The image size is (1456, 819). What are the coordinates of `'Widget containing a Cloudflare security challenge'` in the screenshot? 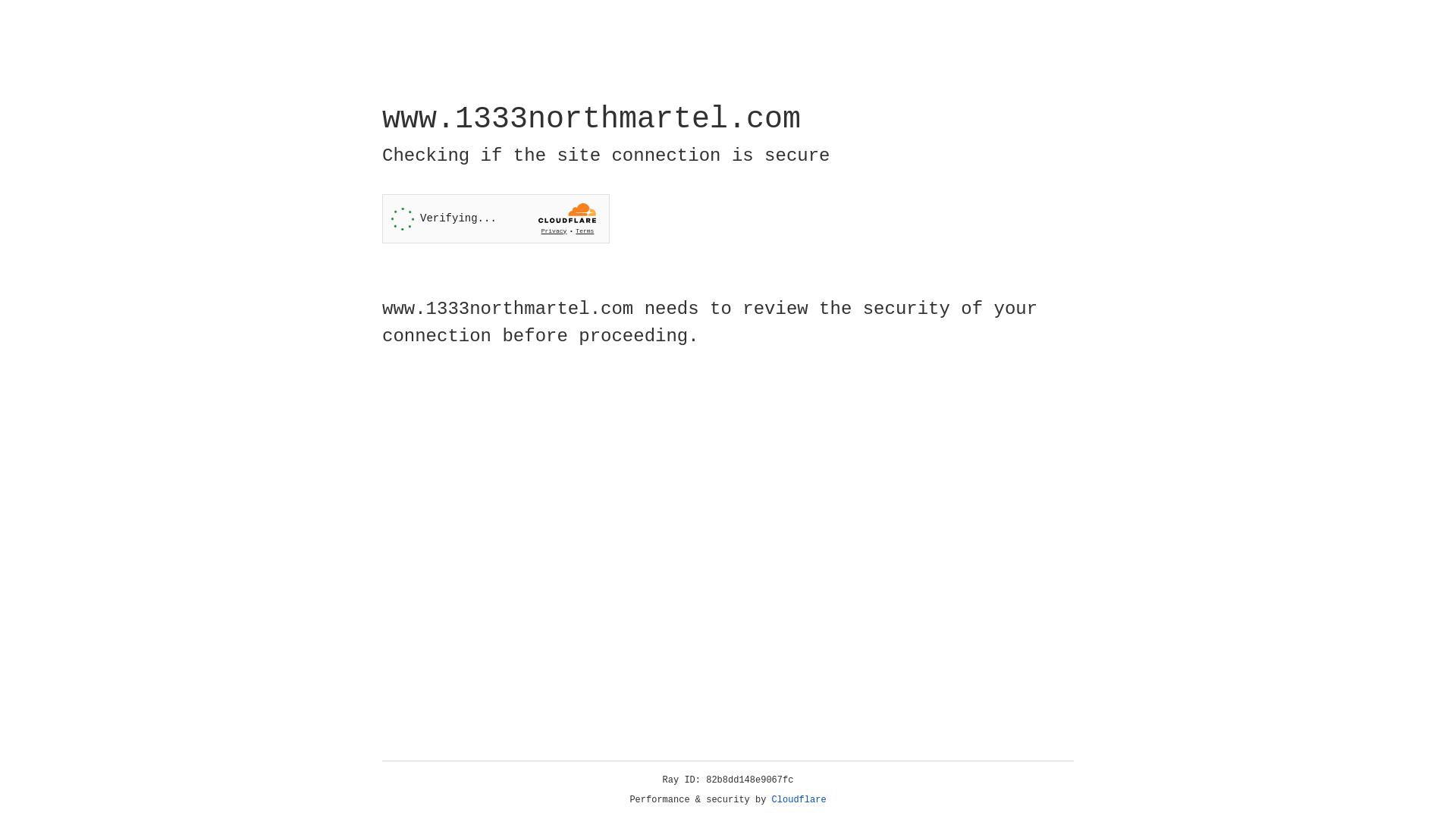 It's located at (495, 218).